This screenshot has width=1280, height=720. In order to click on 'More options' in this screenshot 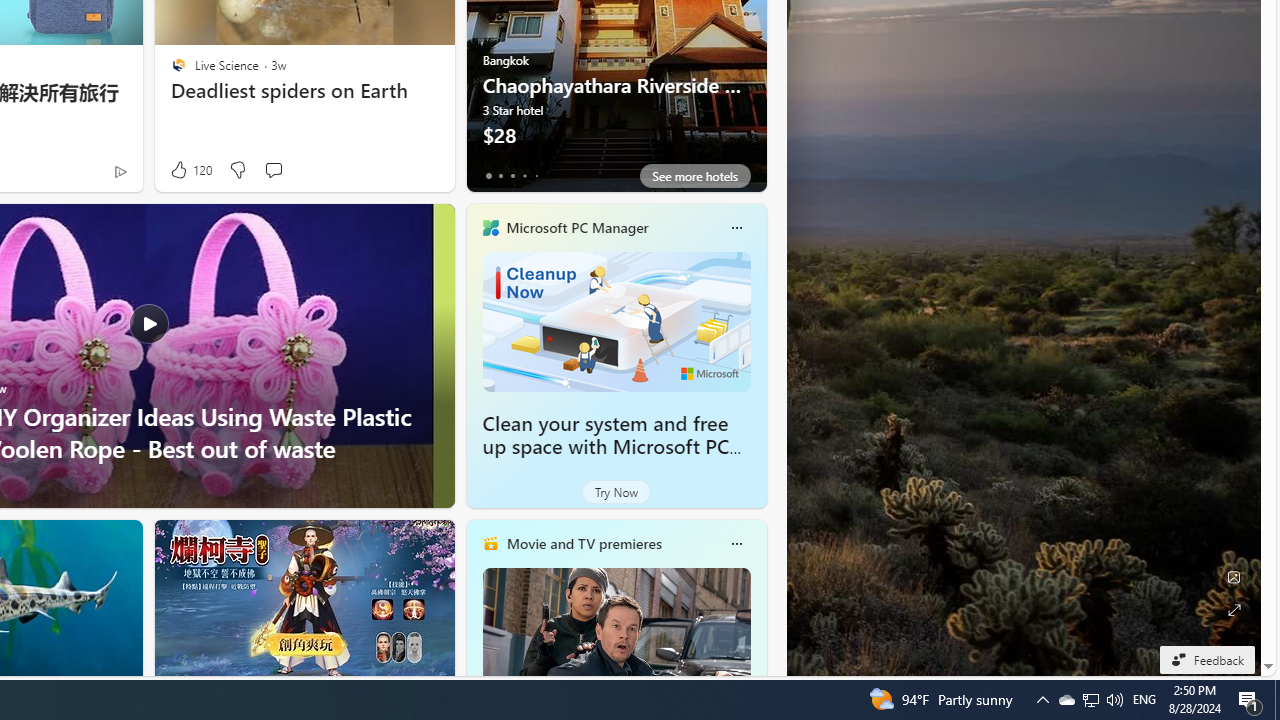, I will do `click(735, 543)`.